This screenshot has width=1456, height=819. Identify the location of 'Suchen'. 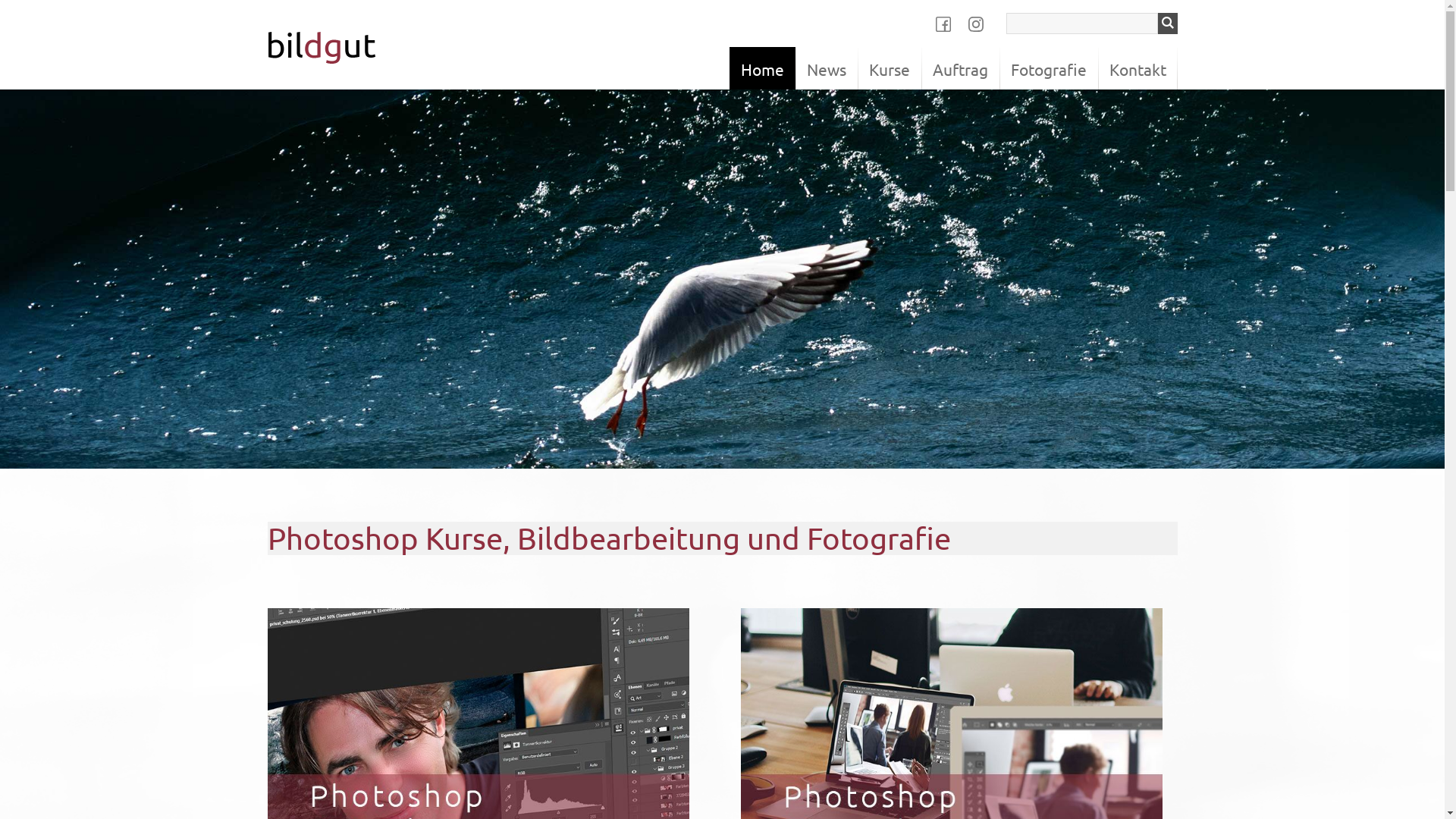
(1166, 23).